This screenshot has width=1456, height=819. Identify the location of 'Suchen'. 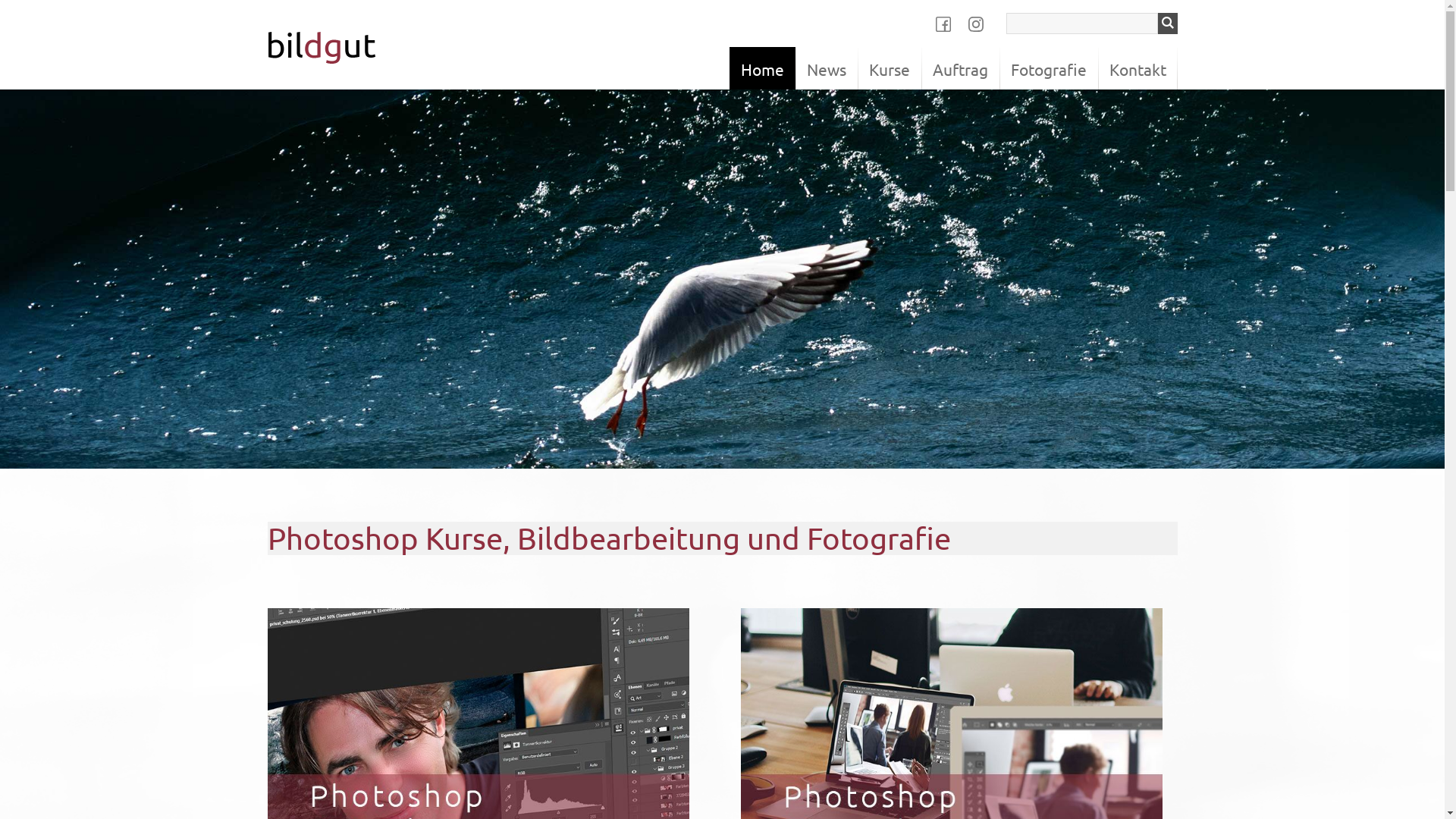
(1166, 23).